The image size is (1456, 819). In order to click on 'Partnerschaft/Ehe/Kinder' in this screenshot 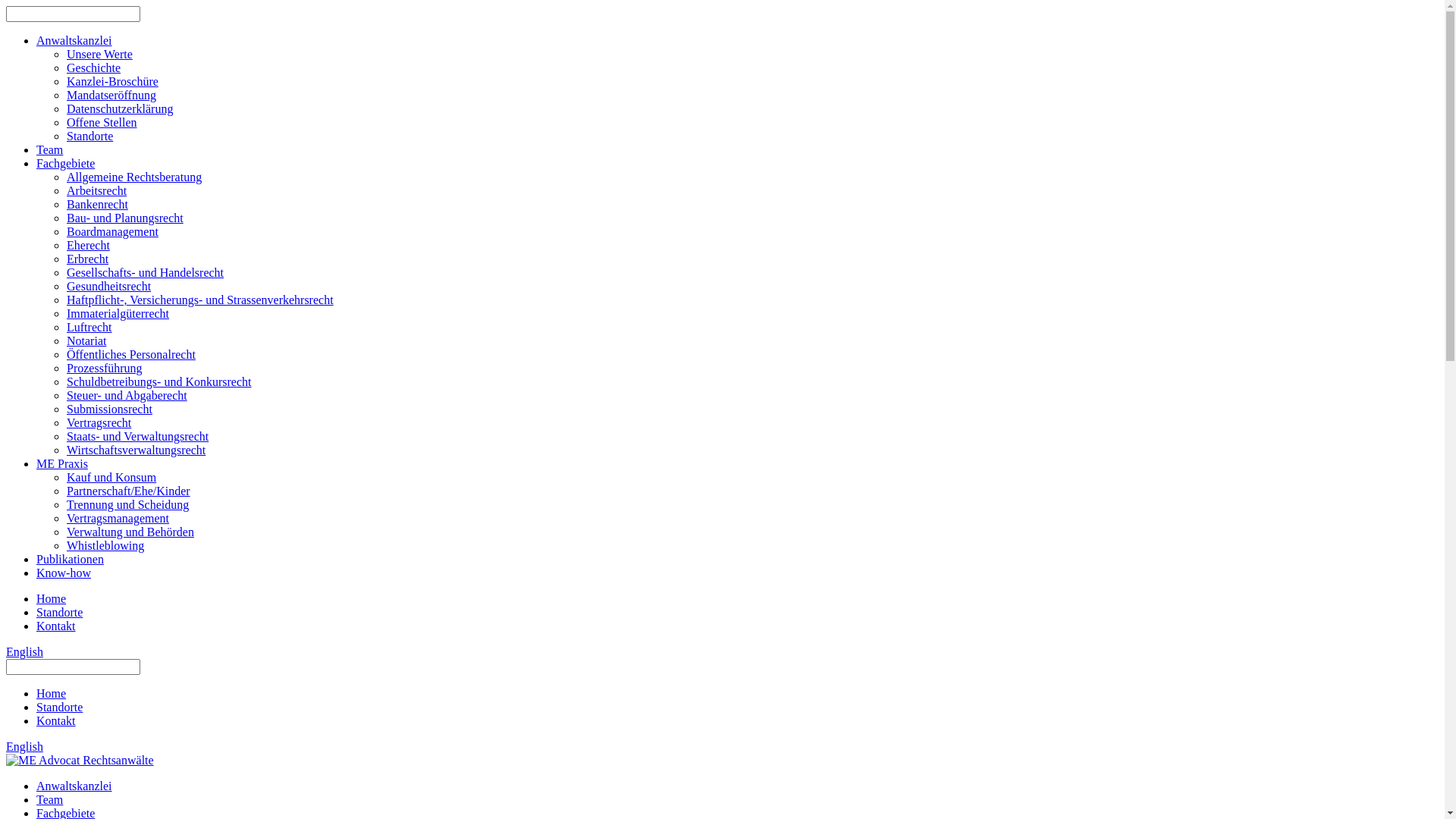, I will do `click(128, 491)`.